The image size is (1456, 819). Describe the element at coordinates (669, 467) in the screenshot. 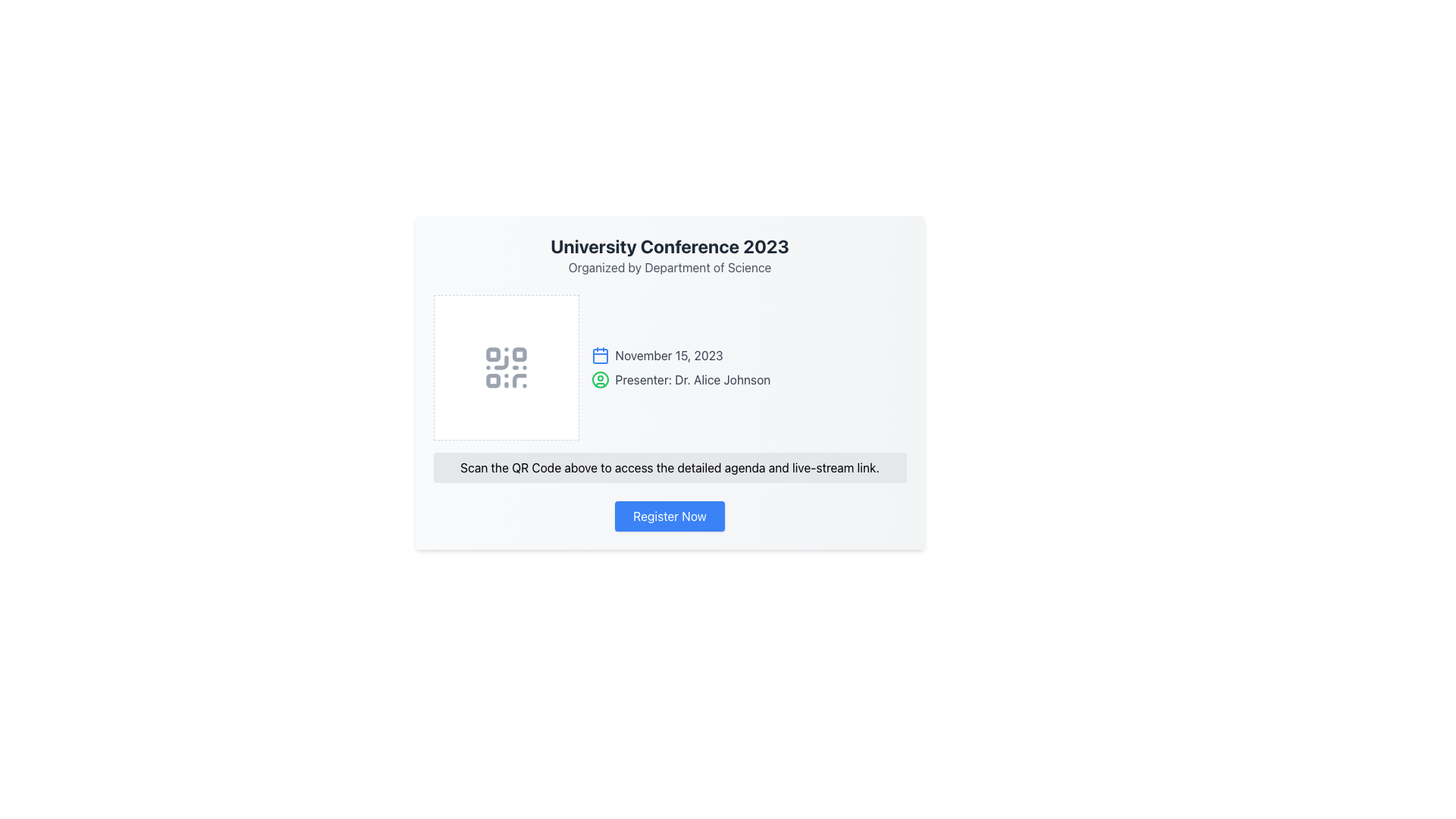

I see `the text paragraph element that instructs to 'Scan the QR Code above` at that location.